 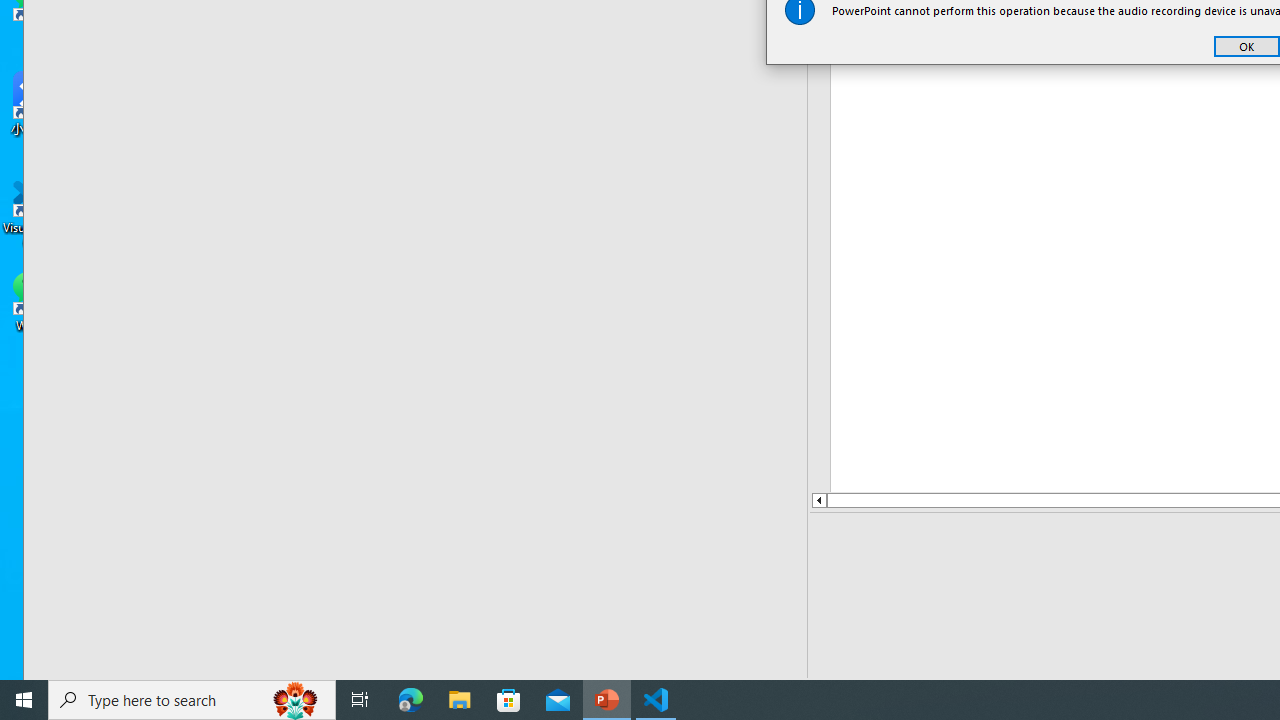 What do you see at coordinates (459, 698) in the screenshot?
I see `'File Explorer'` at bounding box center [459, 698].